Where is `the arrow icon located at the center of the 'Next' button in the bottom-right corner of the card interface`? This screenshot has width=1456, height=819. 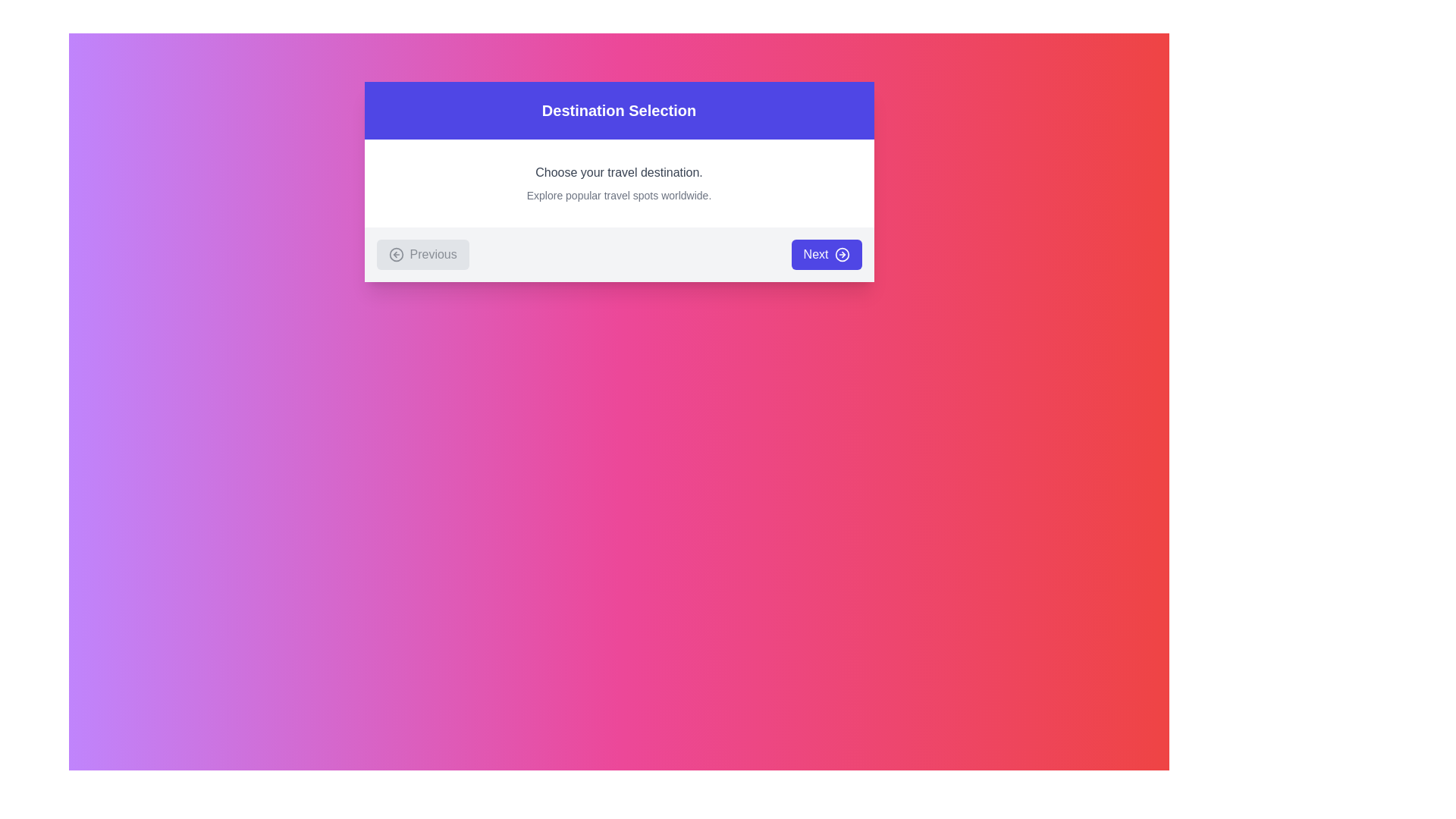 the arrow icon located at the center of the 'Next' button in the bottom-right corner of the card interface is located at coordinates (841, 253).